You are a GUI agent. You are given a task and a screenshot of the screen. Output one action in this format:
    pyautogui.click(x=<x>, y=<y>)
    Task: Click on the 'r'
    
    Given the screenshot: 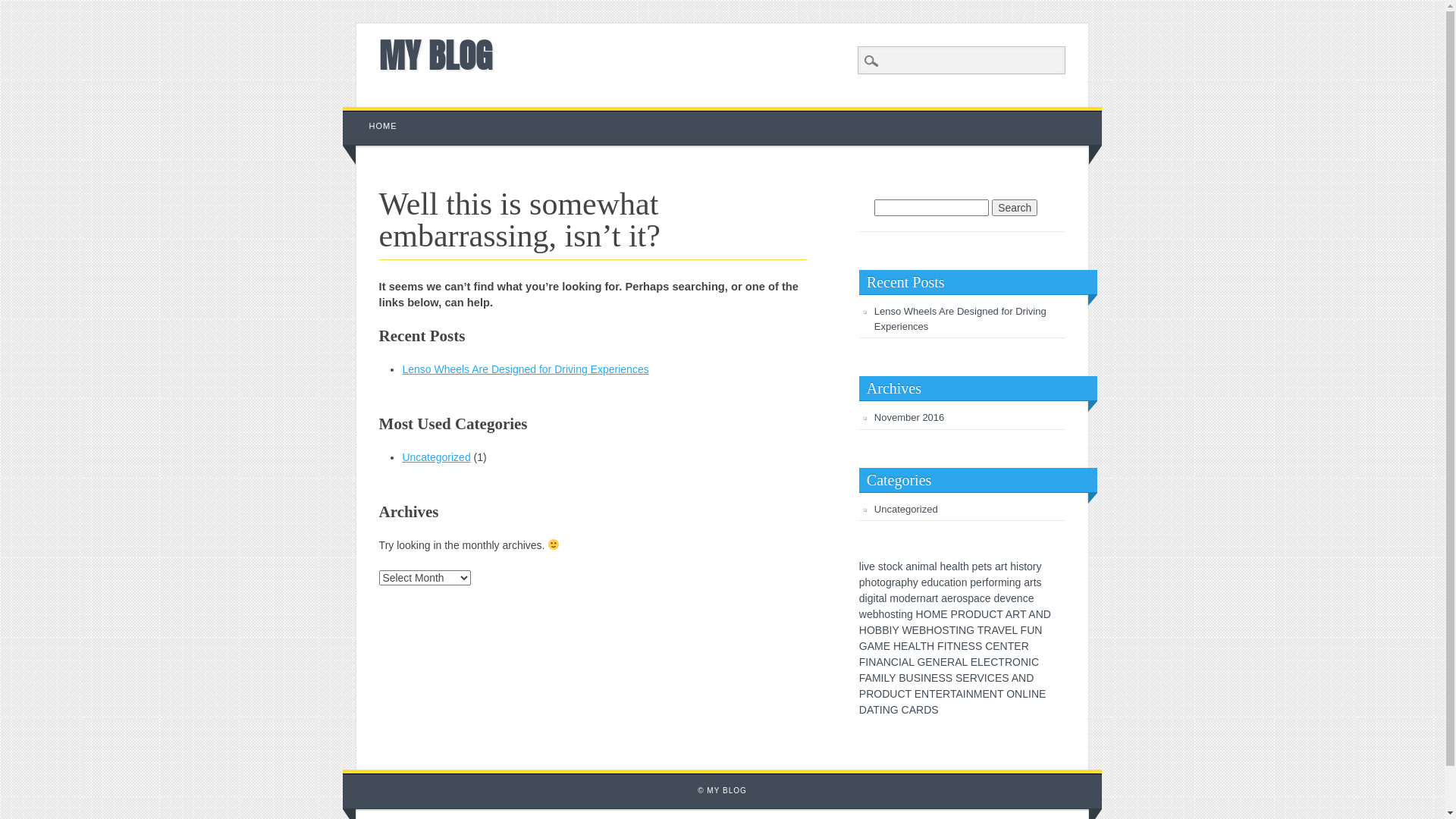 What is the action you would take?
    pyautogui.click(x=1030, y=581)
    